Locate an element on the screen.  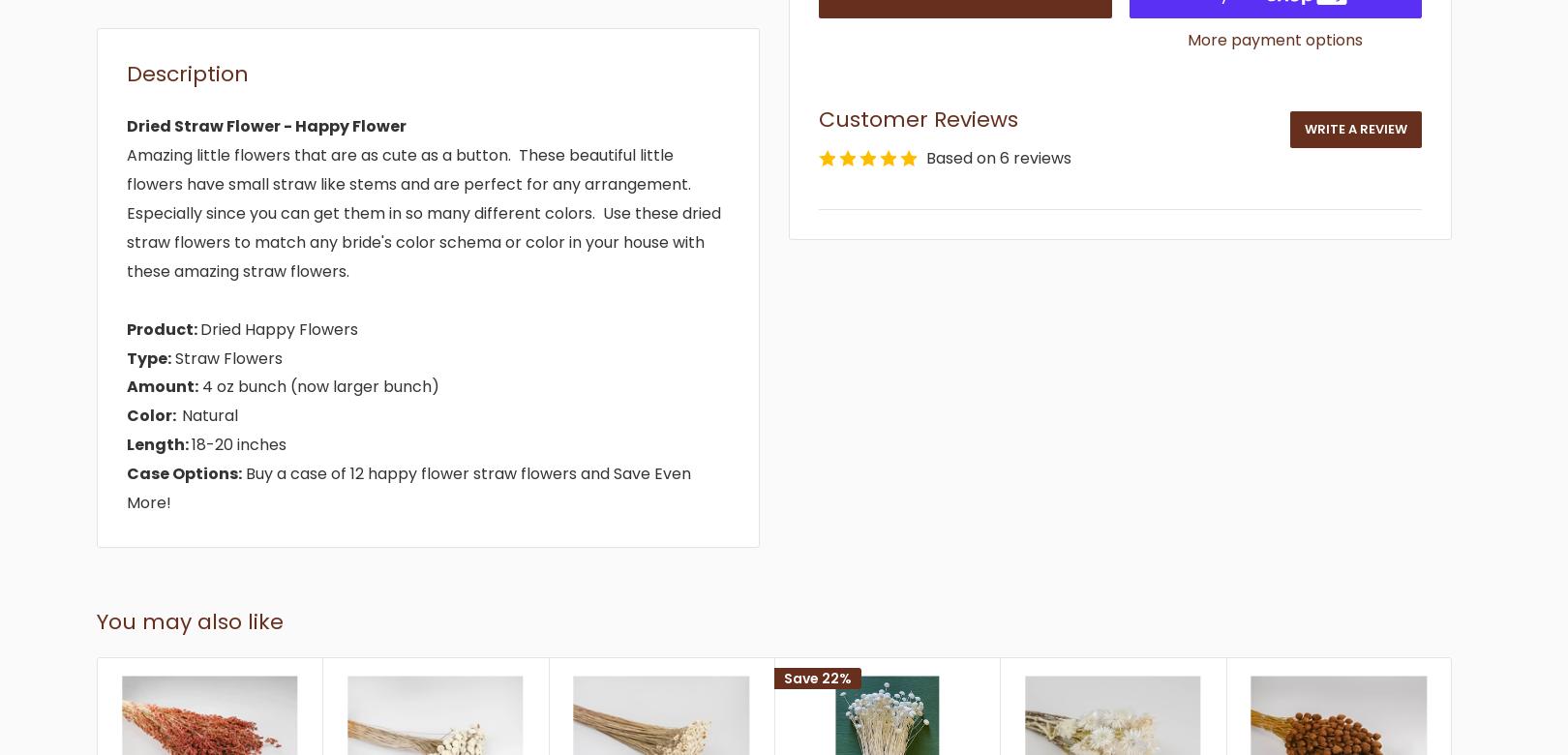
'Dried Happy Flowers' is located at coordinates (278, 327).